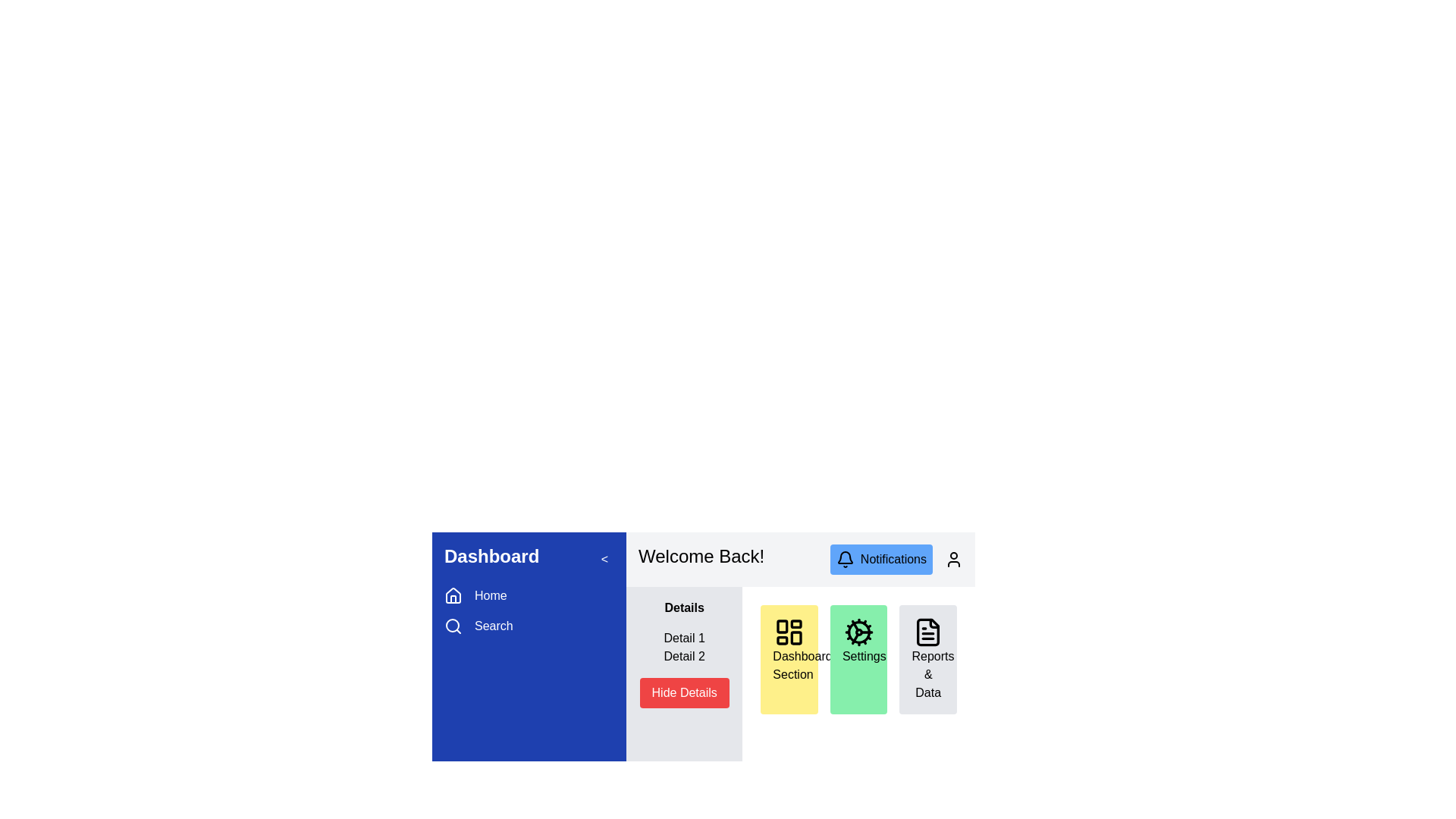 This screenshot has height=819, width=1456. What do you see at coordinates (858, 659) in the screenshot?
I see `the Settings button card, which has a green background, rounded corners, a black cogwheel icon at the top, and the text 'Settings' in black underneath` at bounding box center [858, 659].